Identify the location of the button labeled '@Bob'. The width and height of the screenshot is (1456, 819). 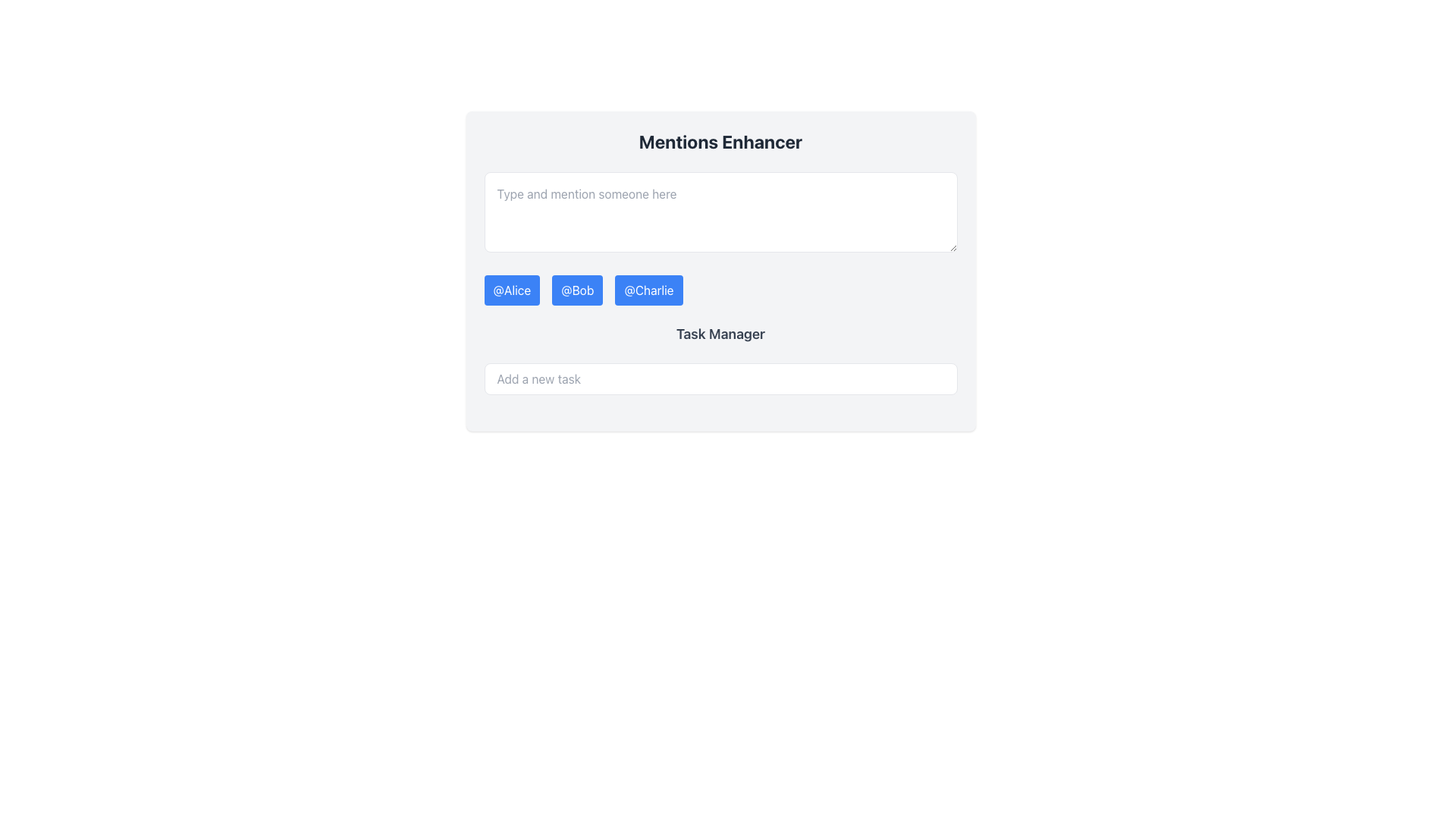
(576, 290).